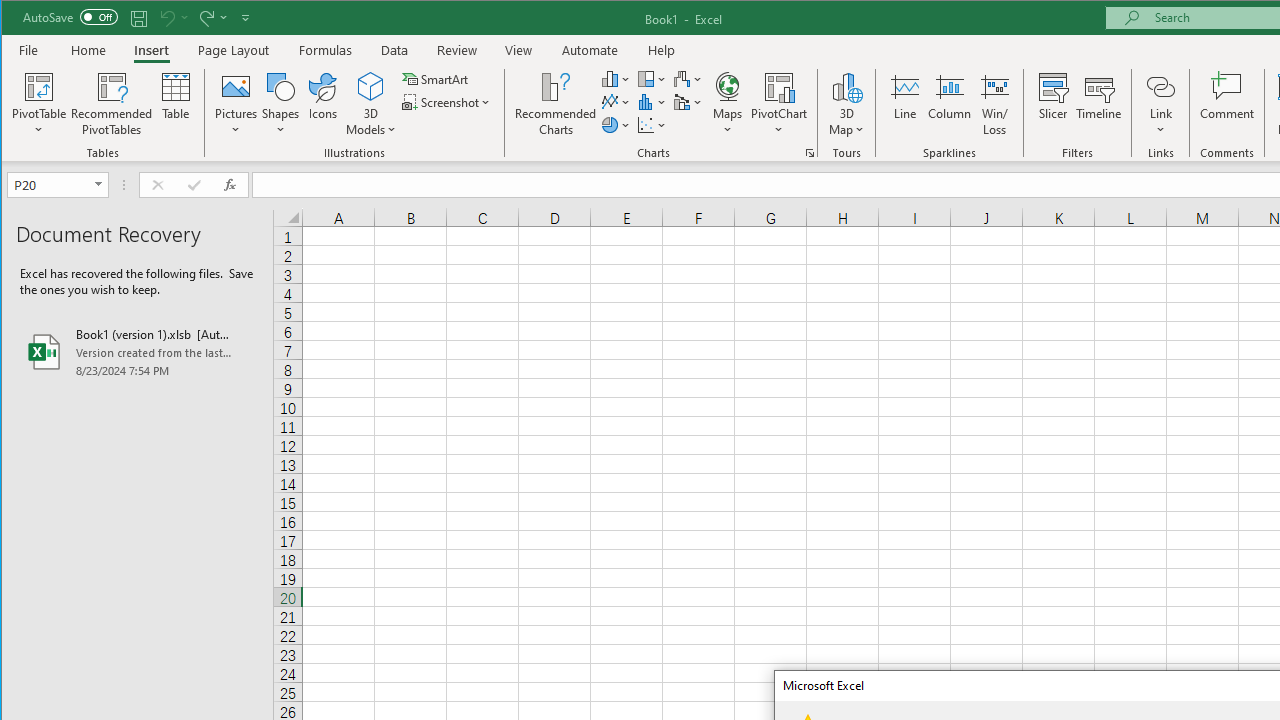 This screenshot has width=1280, height=720. I want to click on 'Insert Column or Bar Chart', so click(615, 78).